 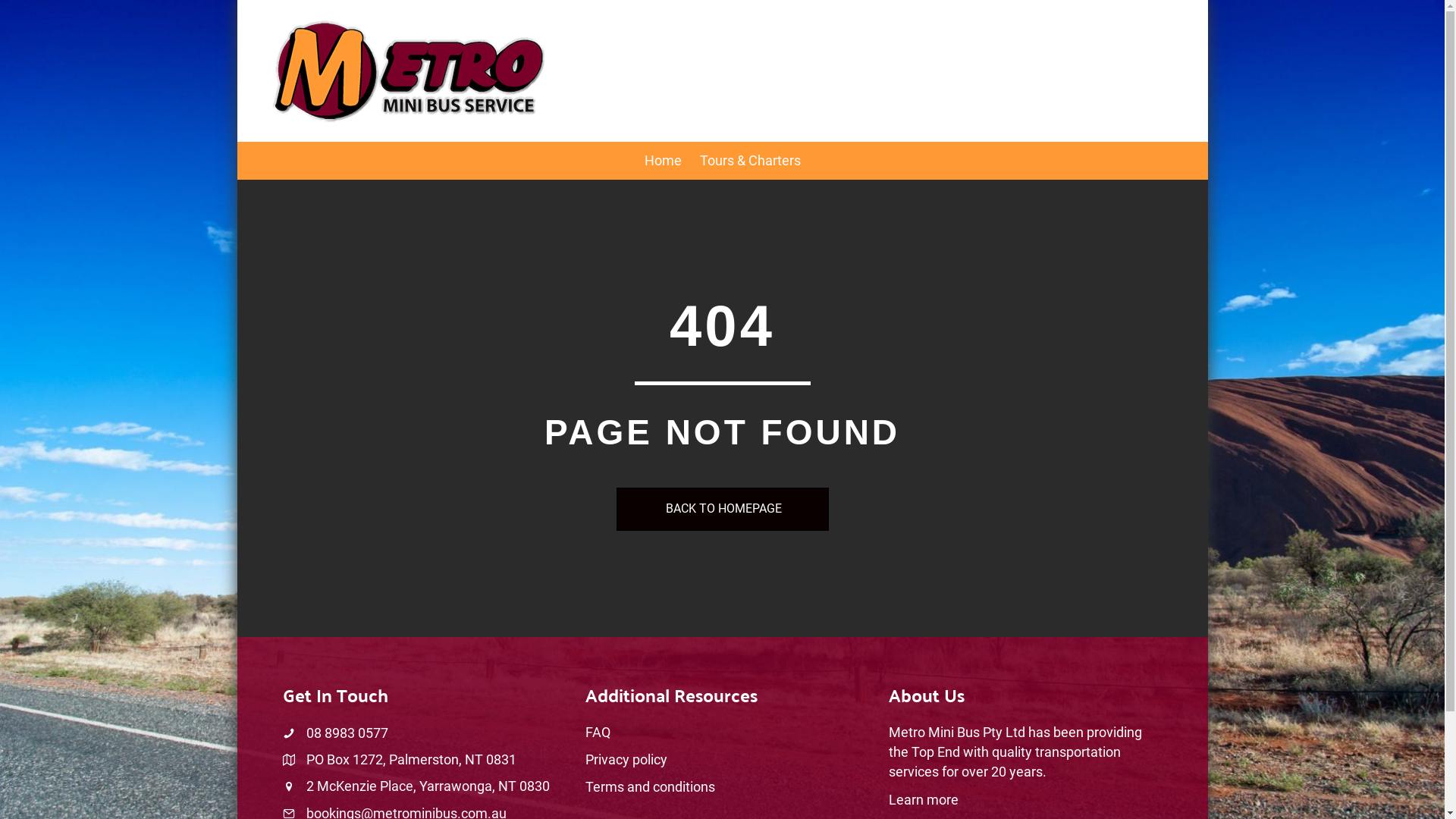 I want to click on 'logo-metro', so click(x=408, y=71).